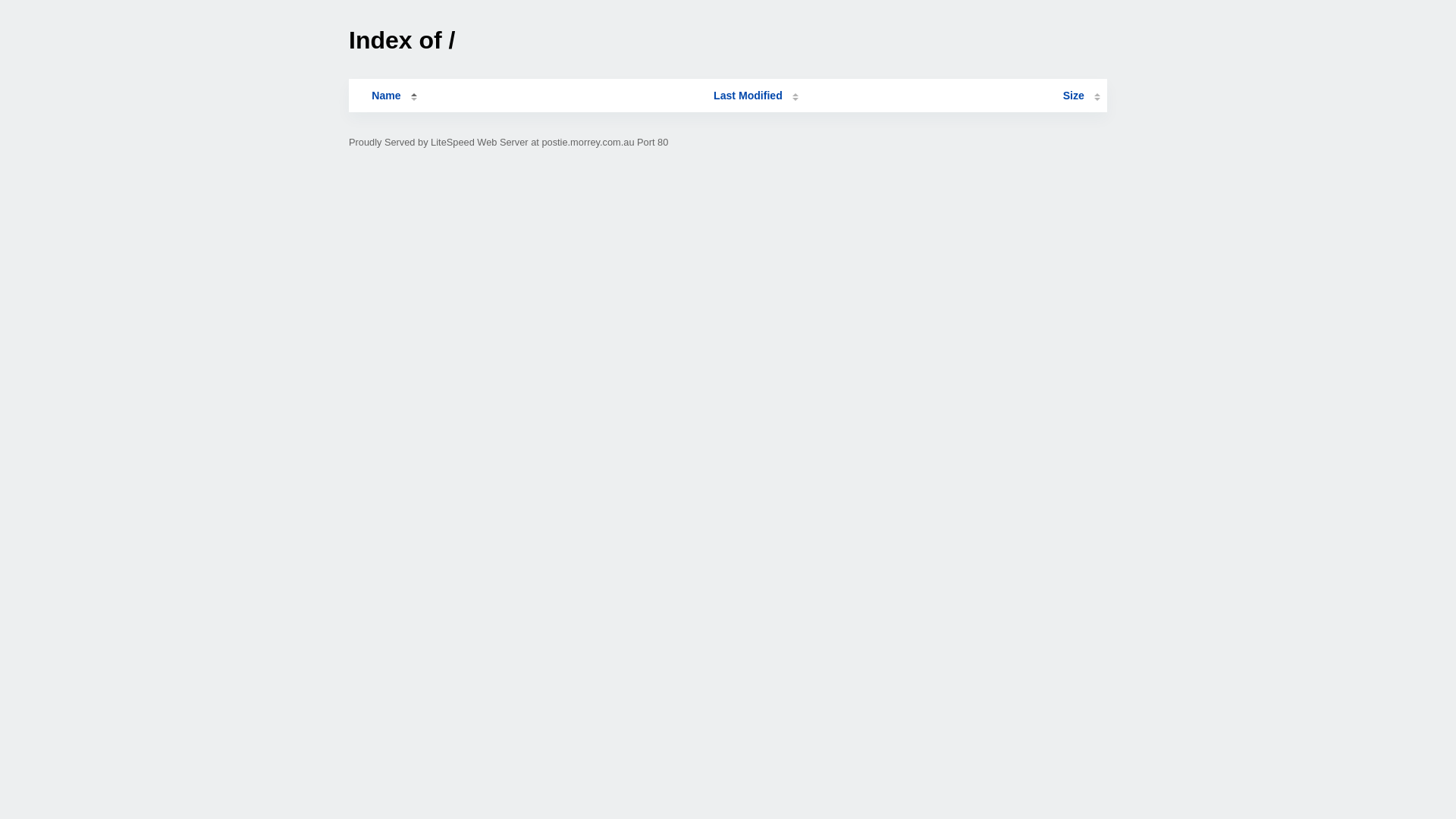  I want to click on 'Size', so click(1081, 96).